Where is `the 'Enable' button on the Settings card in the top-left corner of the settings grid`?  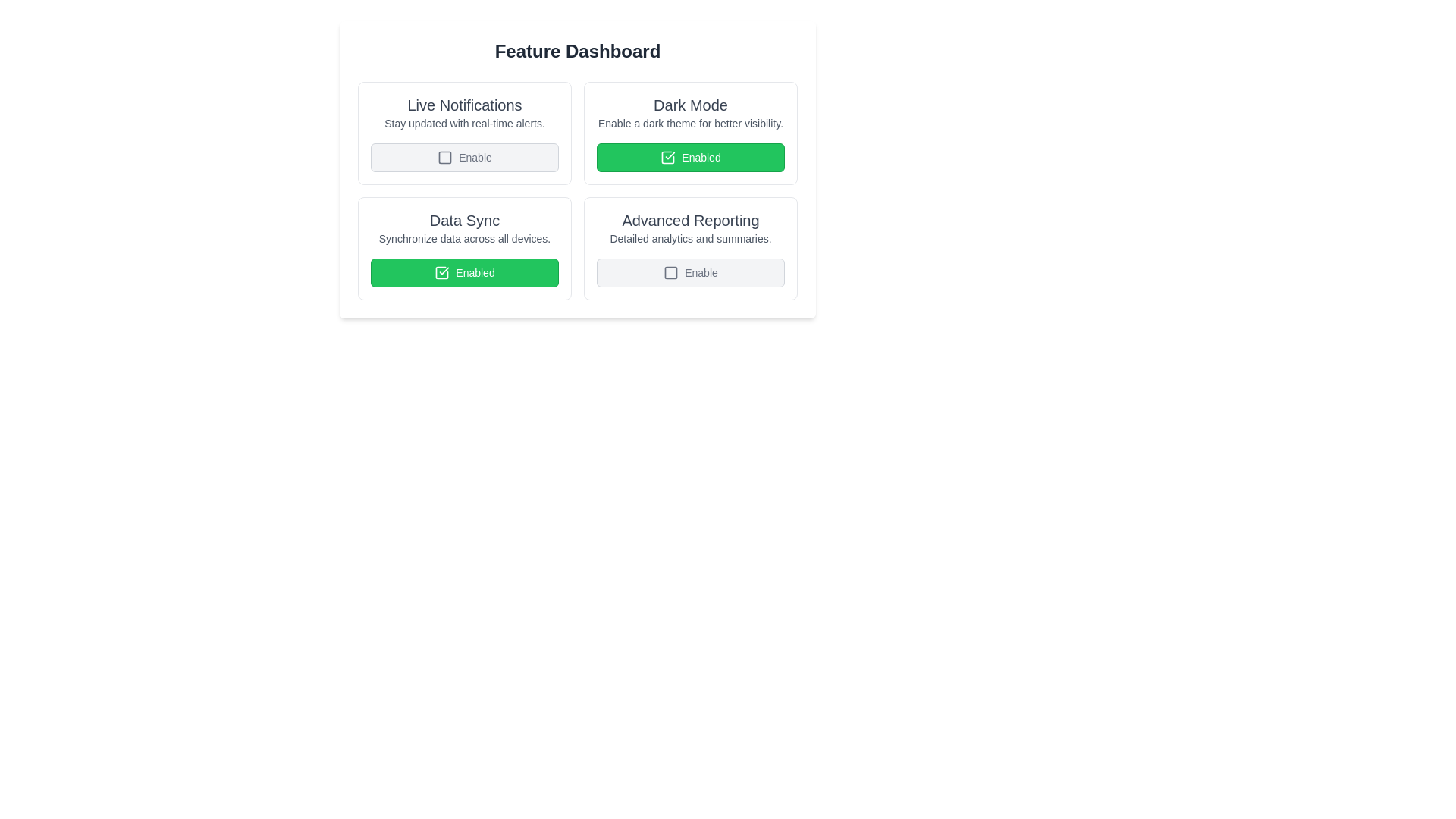 the 'Enable' button on the Settings card in the top-left corner of the settings grid is located at coordinates (464, 133).